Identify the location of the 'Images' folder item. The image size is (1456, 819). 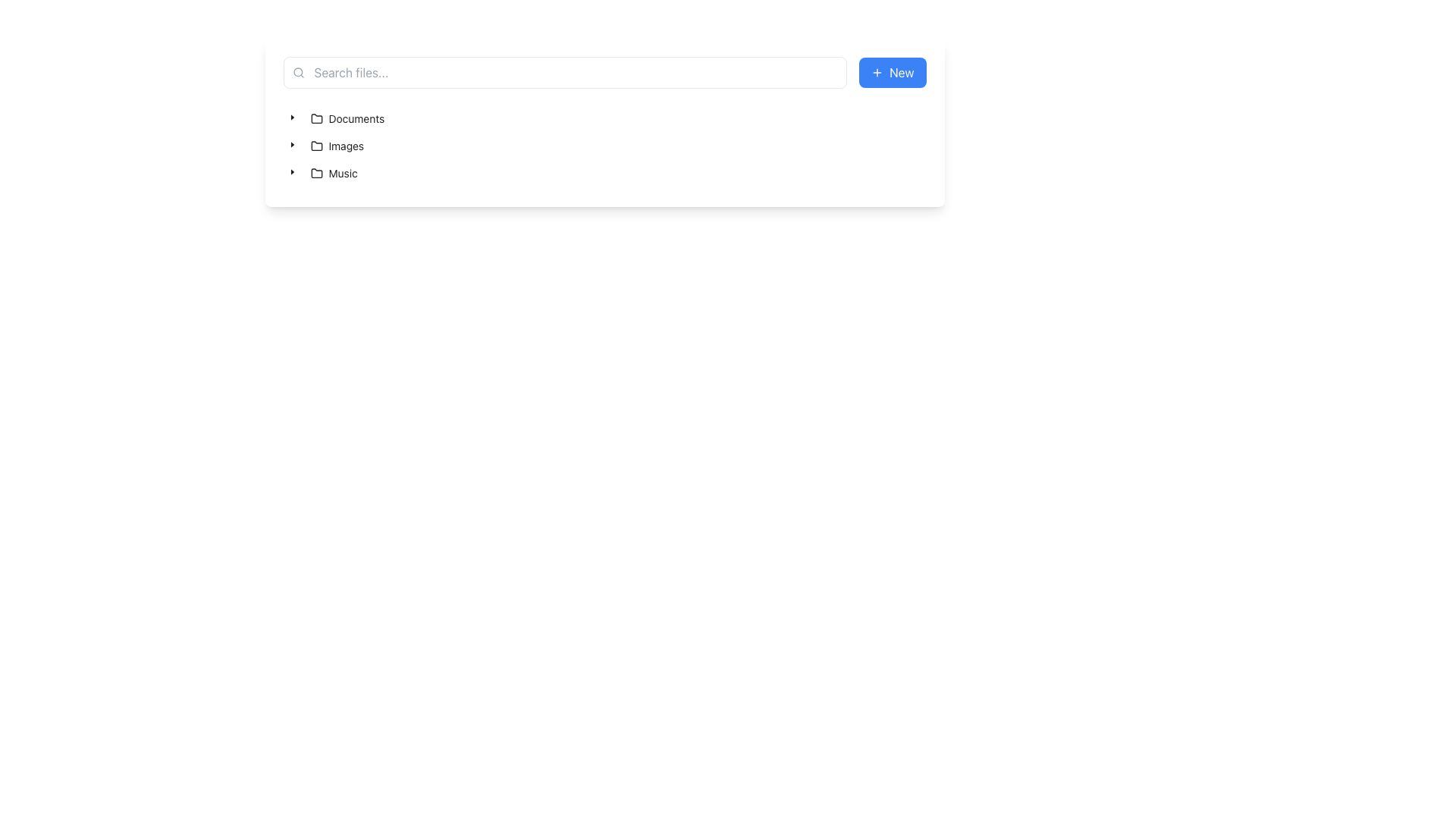
(336, 146).